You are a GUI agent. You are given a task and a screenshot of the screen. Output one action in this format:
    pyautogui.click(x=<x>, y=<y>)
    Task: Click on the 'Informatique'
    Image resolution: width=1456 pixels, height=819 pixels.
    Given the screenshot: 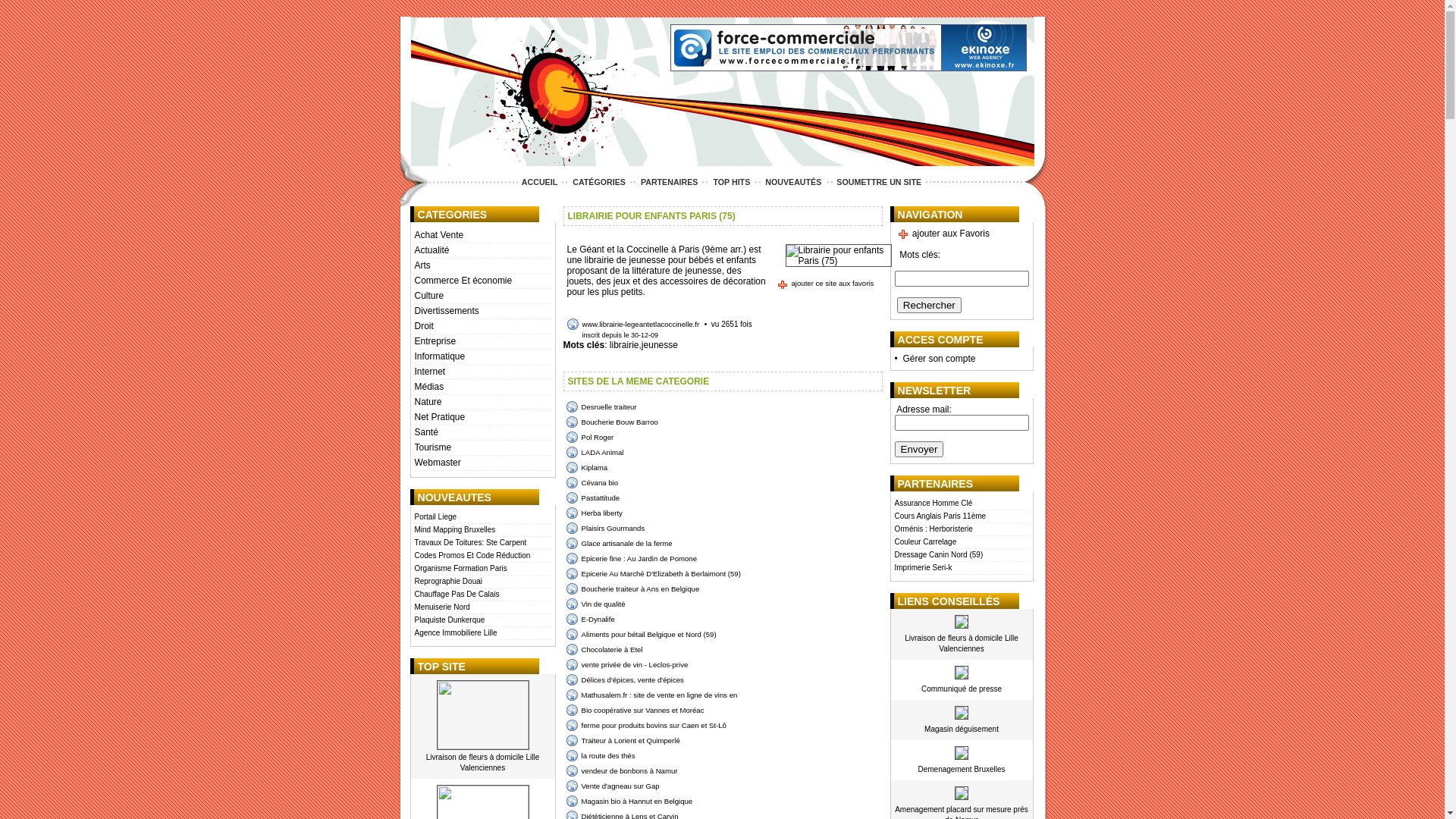 What is the action you would take?
    pyautogui.click(x=481, y=356)
    